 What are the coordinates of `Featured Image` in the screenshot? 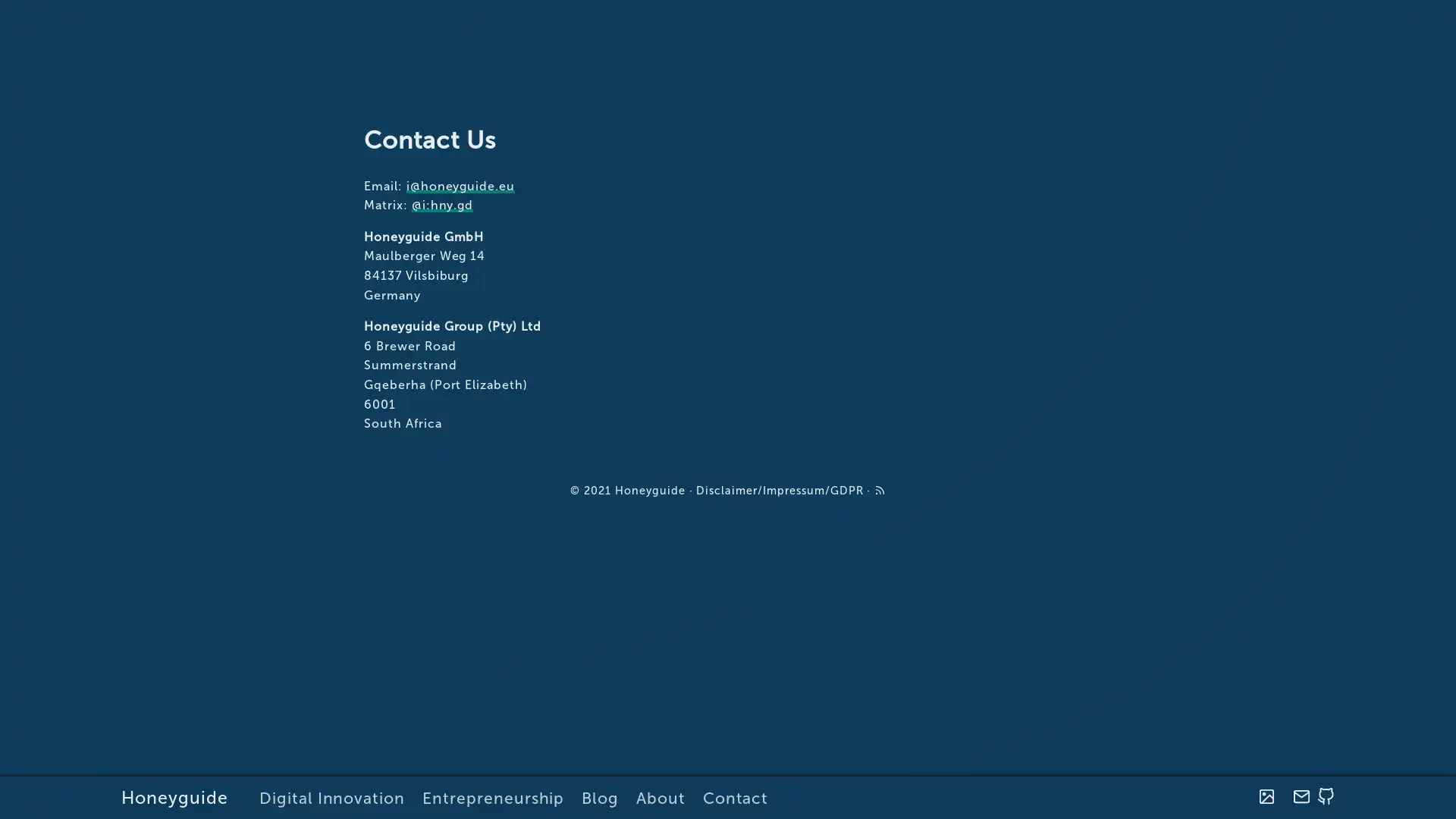 It's located at (1266, 796).